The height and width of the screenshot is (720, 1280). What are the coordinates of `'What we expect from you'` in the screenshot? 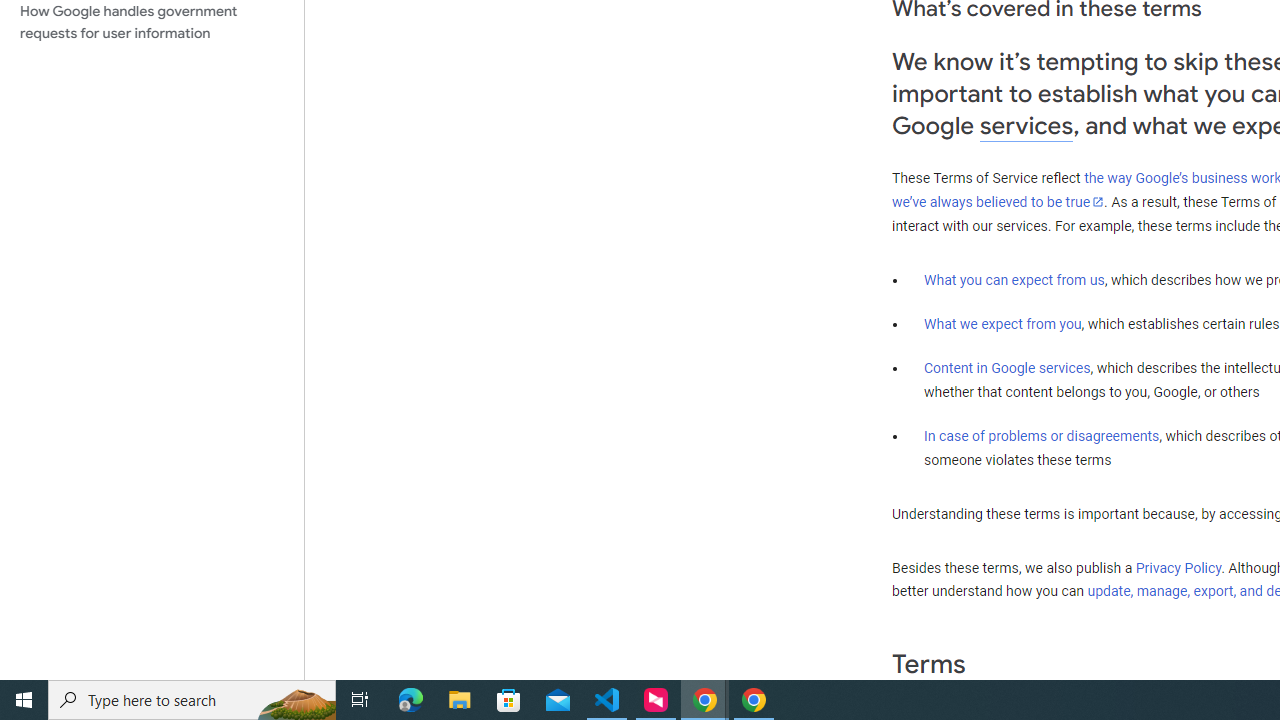 It's located at (1002, 323).